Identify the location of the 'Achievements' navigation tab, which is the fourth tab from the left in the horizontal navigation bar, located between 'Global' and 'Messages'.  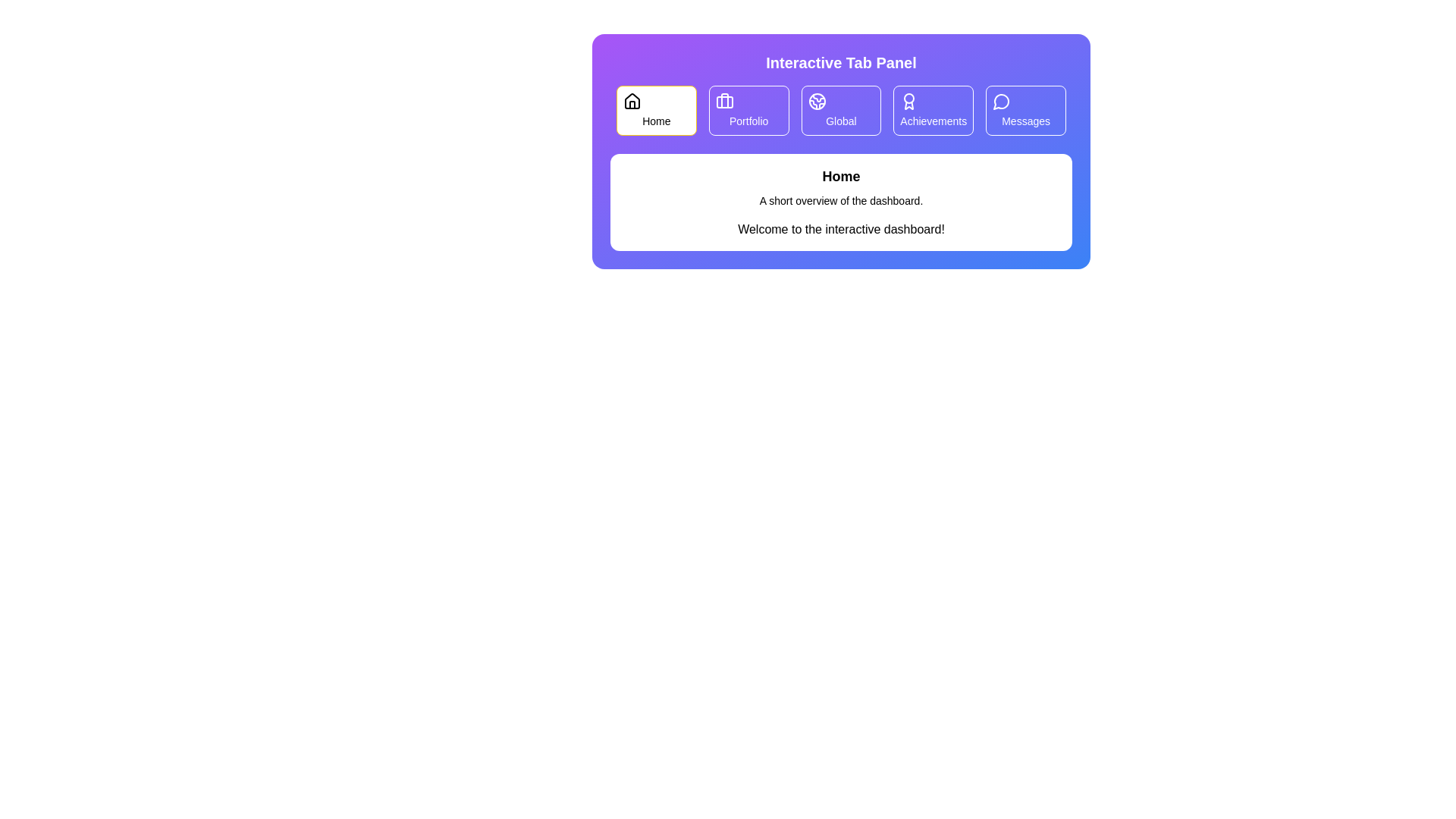
(933, 110).